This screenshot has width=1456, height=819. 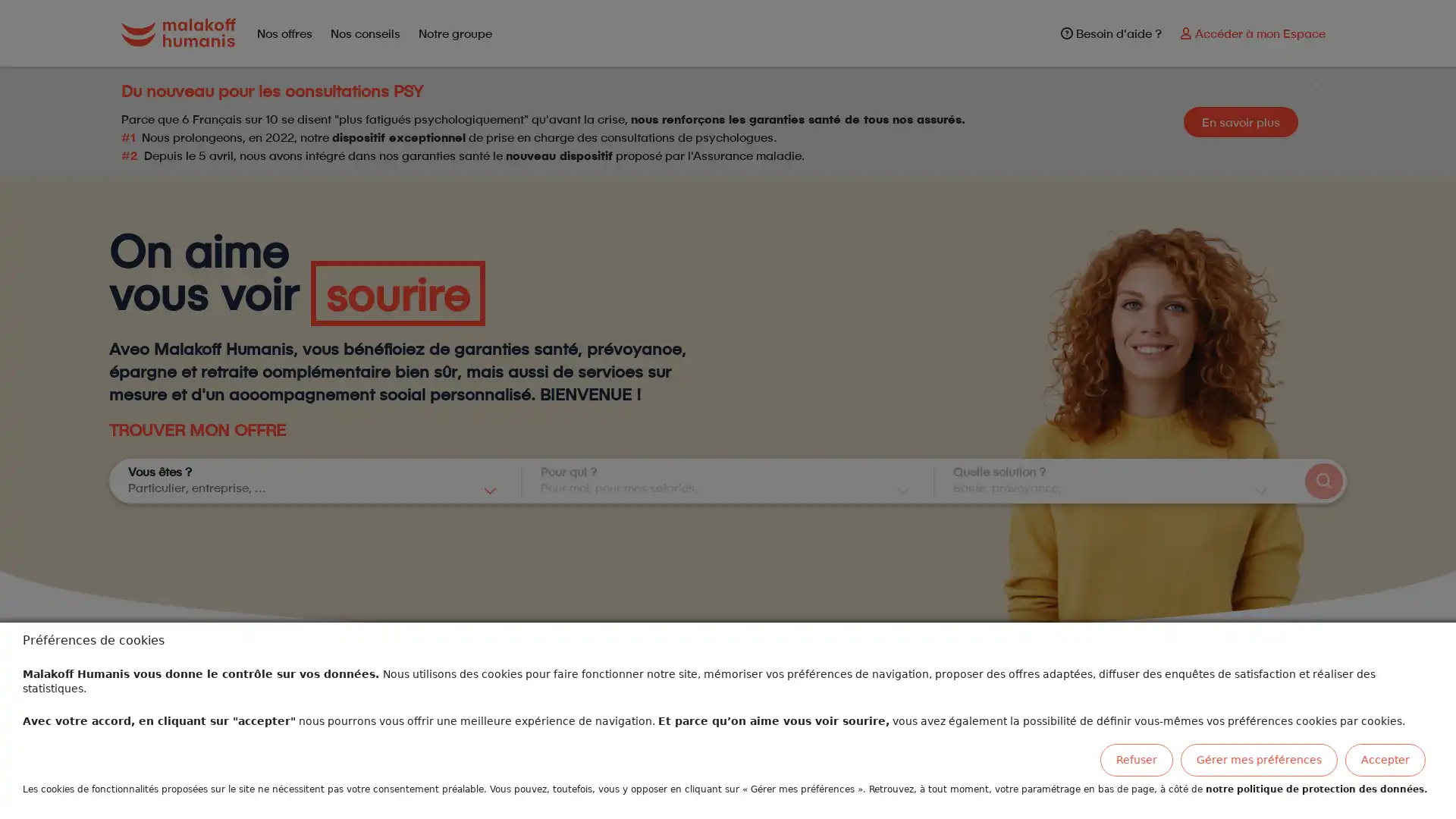 What do you see at coordinates (1385, 760) in the screenshot?
I see `Accepter` at bounding box center [1385, 760].